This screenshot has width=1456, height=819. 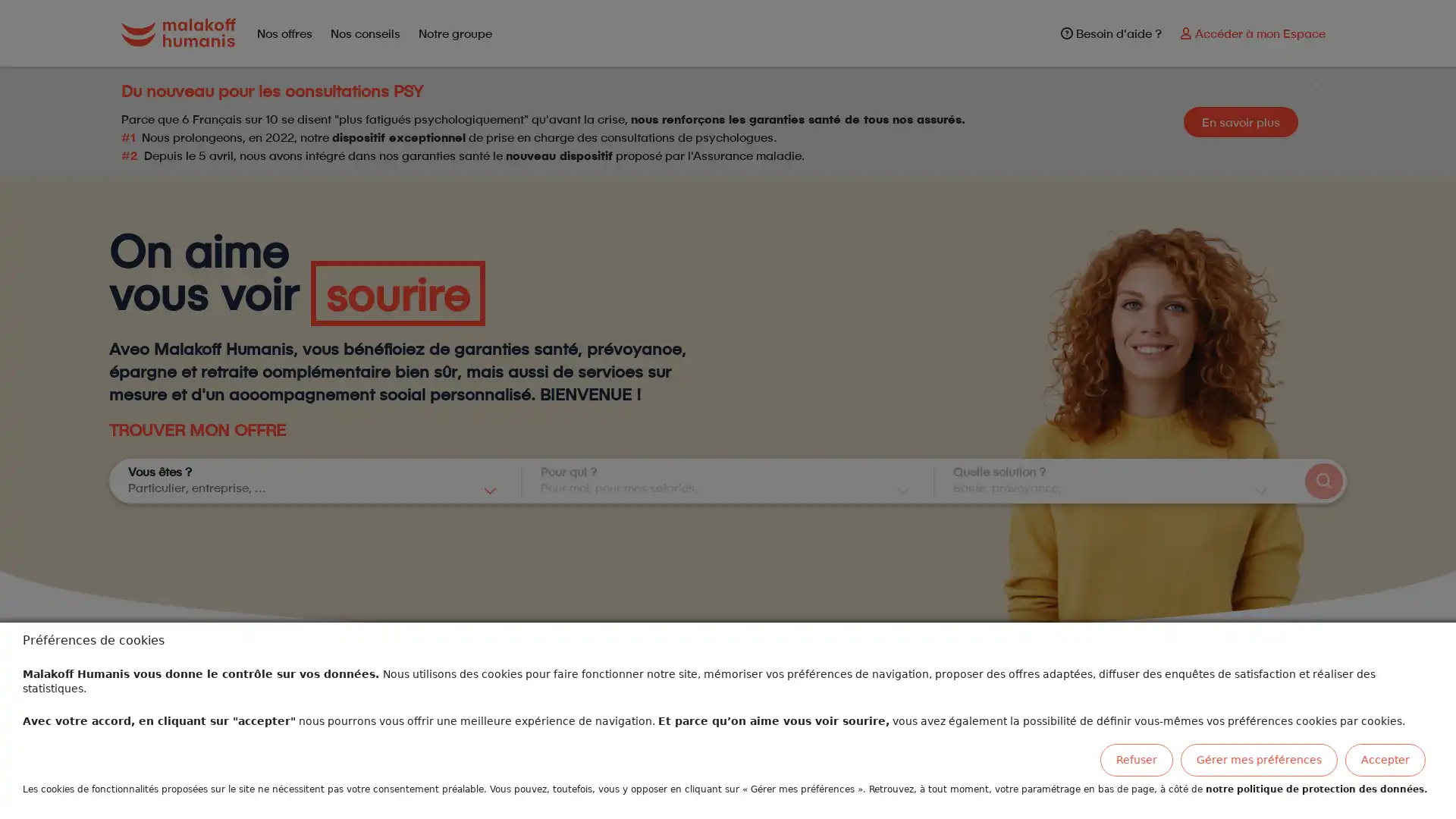 What do you see at coordinates (1385, 760) in the screenshot?
I see `Accepter` at bounding box center [1385, 760].